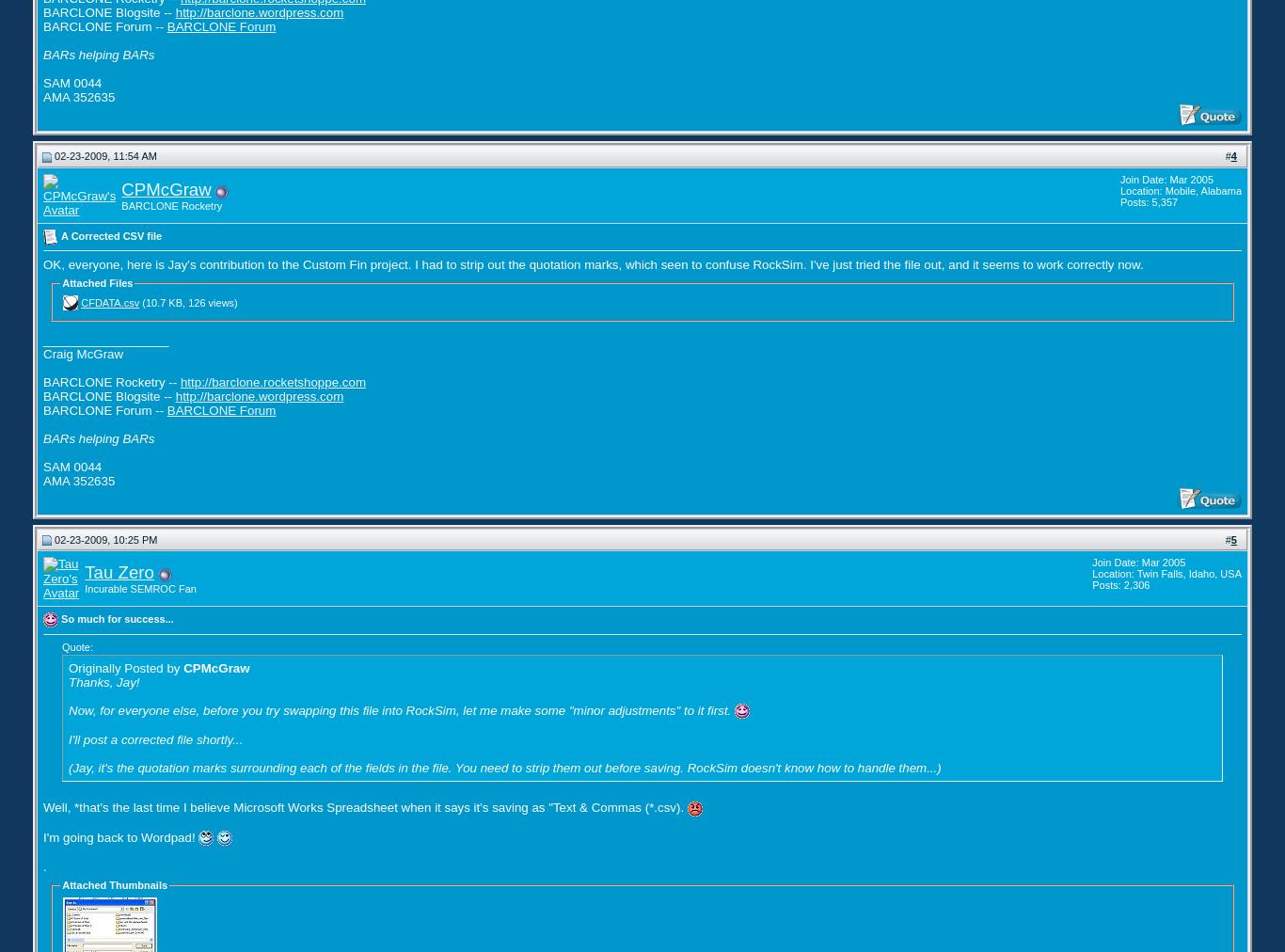  I want to click on 'Craig McGraw', so click(83, 352).